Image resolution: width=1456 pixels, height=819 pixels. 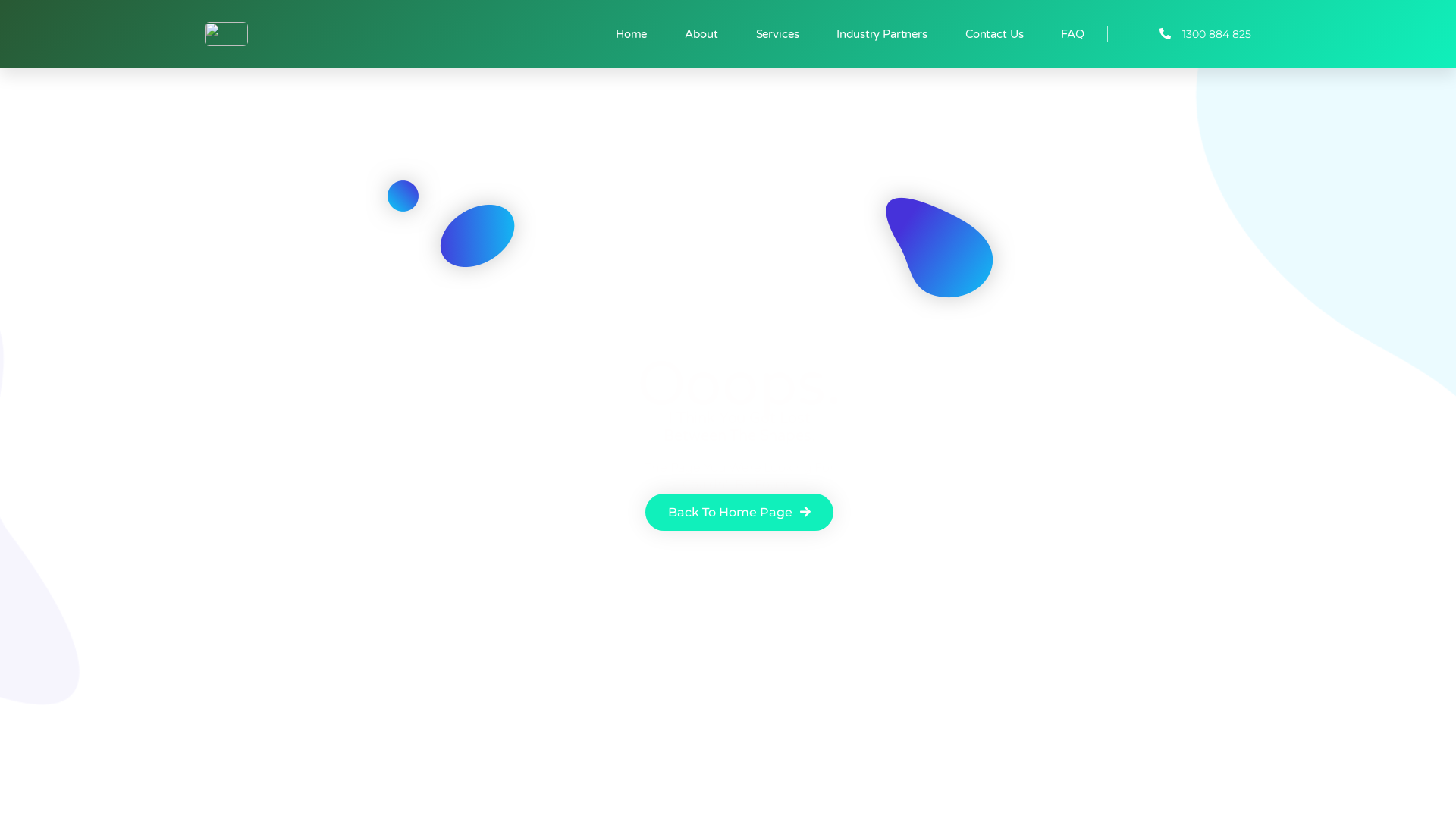 What do you see at coordinates (881, 34) in the screenshot?
I see `'Industry Partners'` at bounding box center [881, 34].